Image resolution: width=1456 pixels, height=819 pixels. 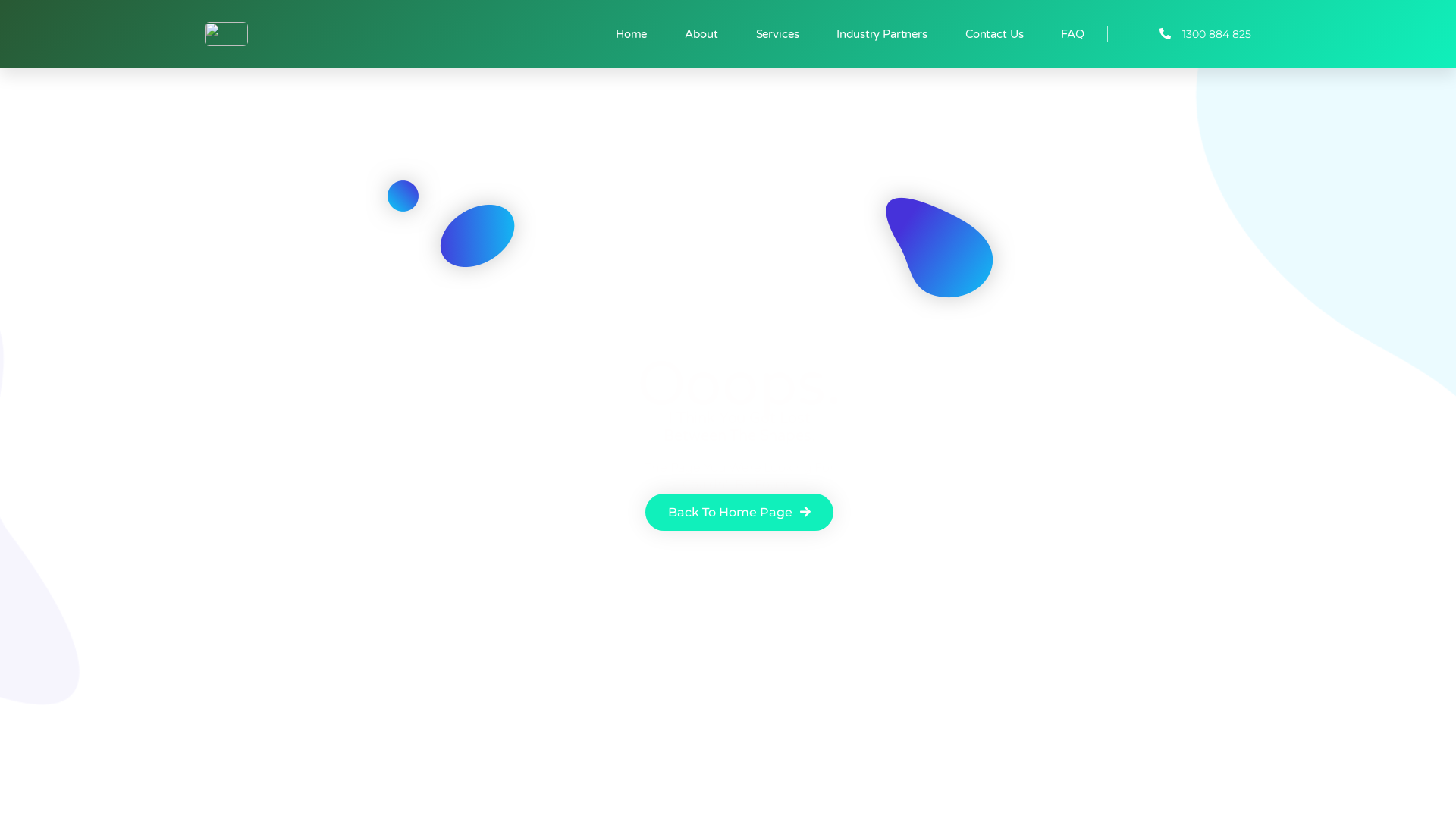 What do you see at coordinates (881, 34) in the screenshot?
I see `'Industry Partners'` at bounding box center [881, 34].